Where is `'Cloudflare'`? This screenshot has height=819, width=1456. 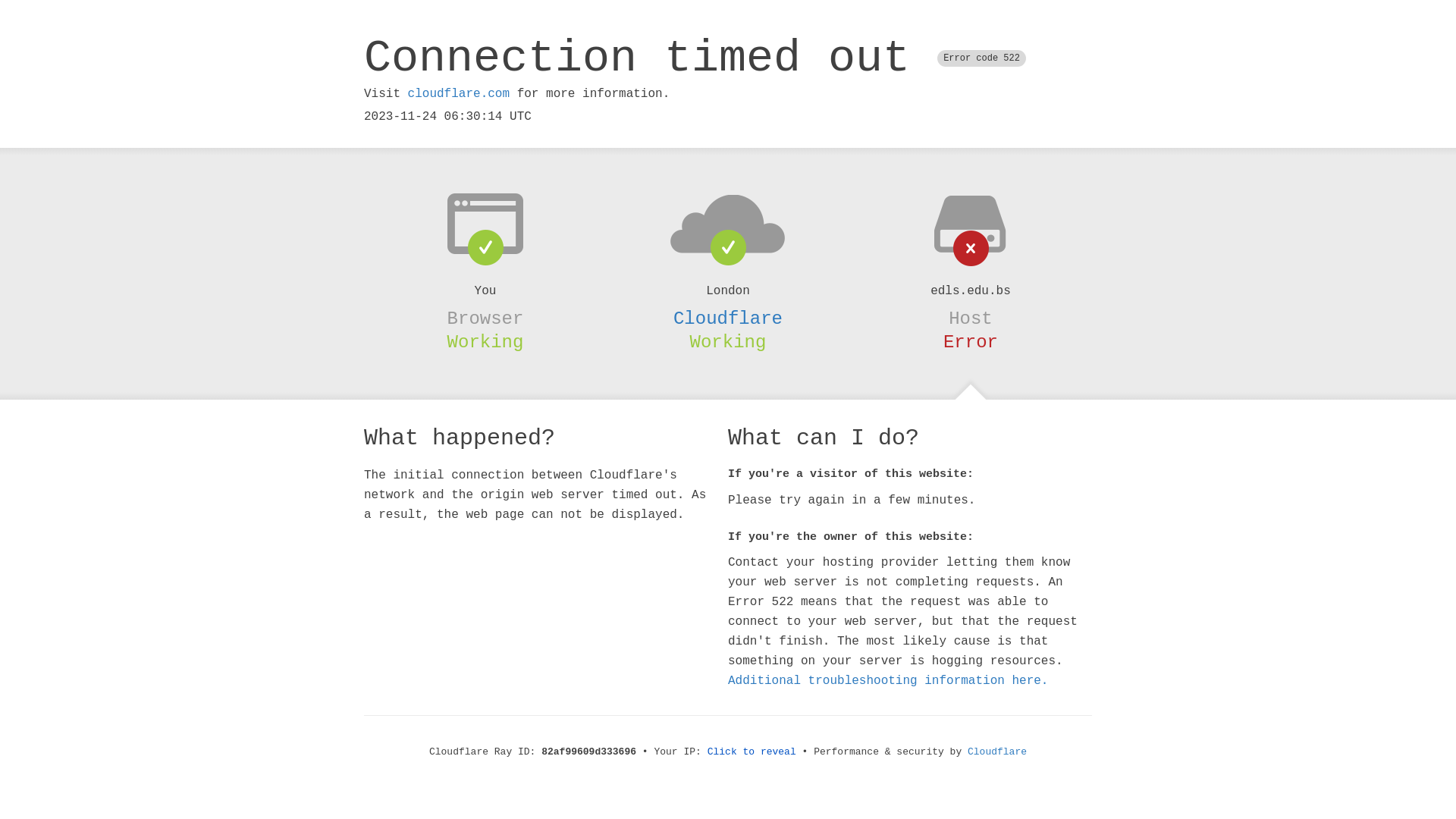
'Cloudflare' is located at coordinates (967, 752).